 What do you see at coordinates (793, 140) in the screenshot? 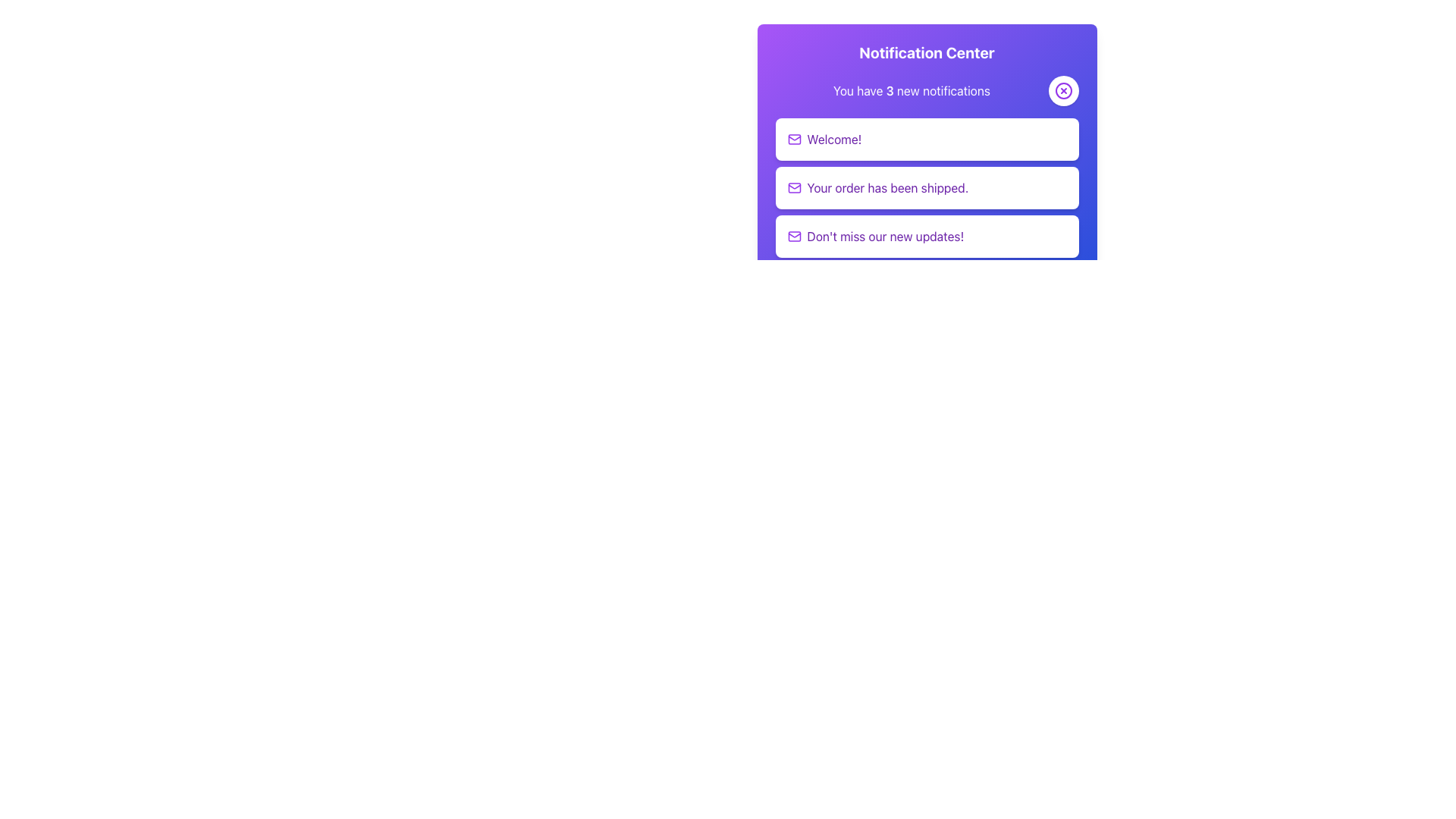
I see `the purple envelope icon located to the left of the 'Welcome!' text within the notification card` at bounding box center [793, 140].